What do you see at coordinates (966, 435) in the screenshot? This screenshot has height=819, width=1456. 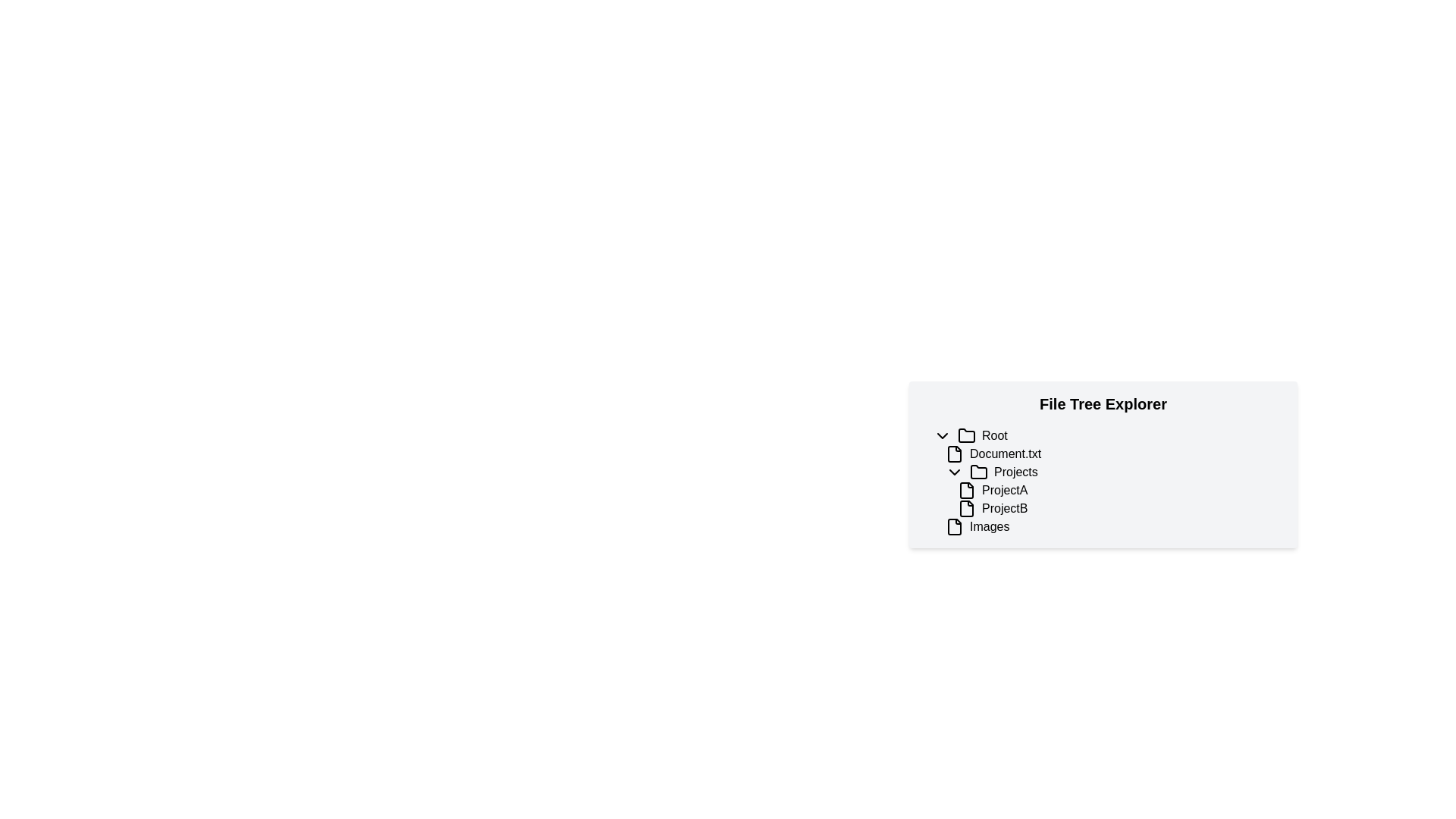 I see `the folder icon, which is outlined in style and located next to the text 'Root'` at bounding box center [966, 435].